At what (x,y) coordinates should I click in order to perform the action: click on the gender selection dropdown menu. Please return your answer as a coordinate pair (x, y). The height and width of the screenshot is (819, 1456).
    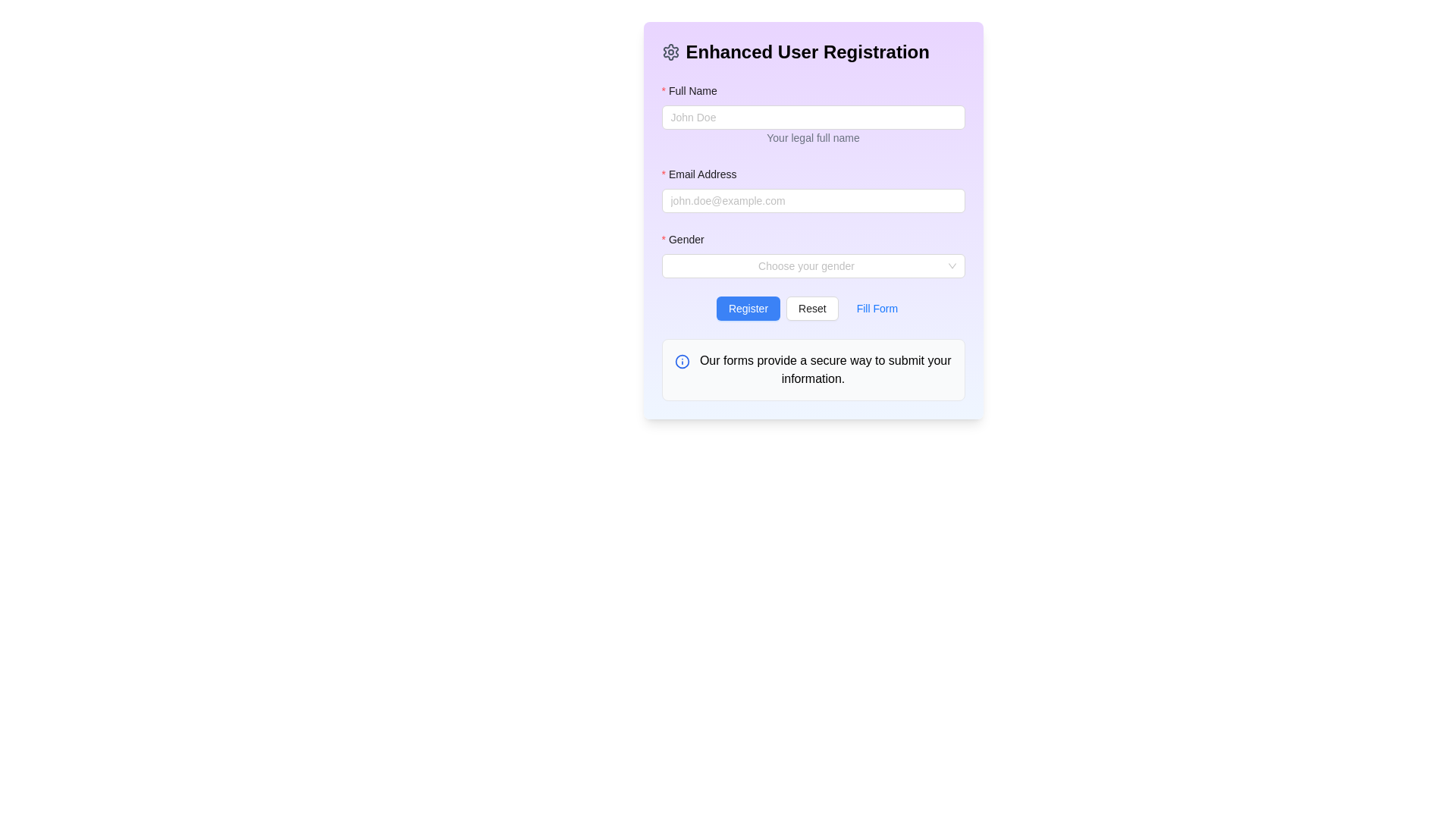
    Looking at the image, I should click on (812, 265).